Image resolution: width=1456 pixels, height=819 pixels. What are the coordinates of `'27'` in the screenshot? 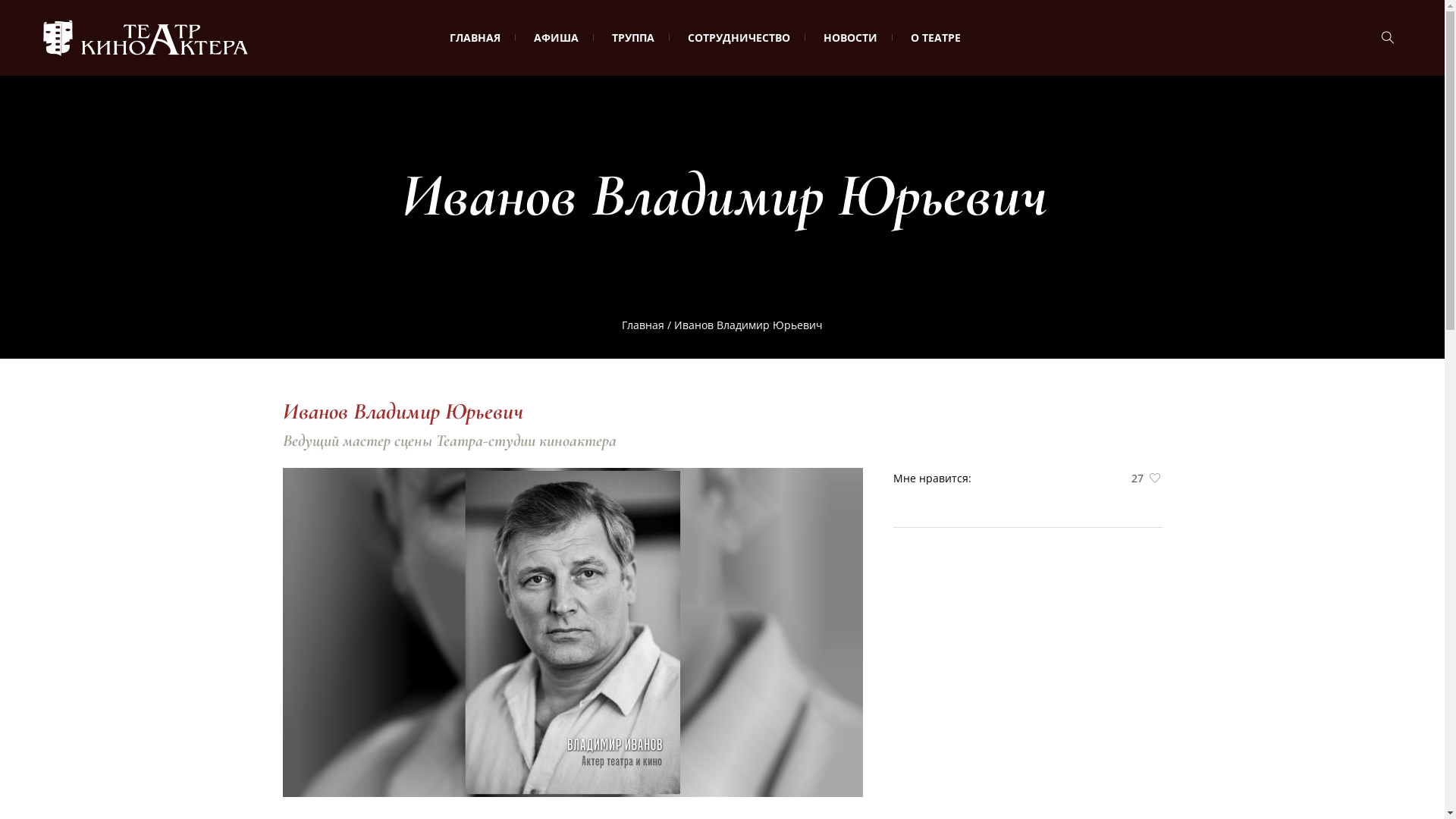 It's located at (1135, 478).